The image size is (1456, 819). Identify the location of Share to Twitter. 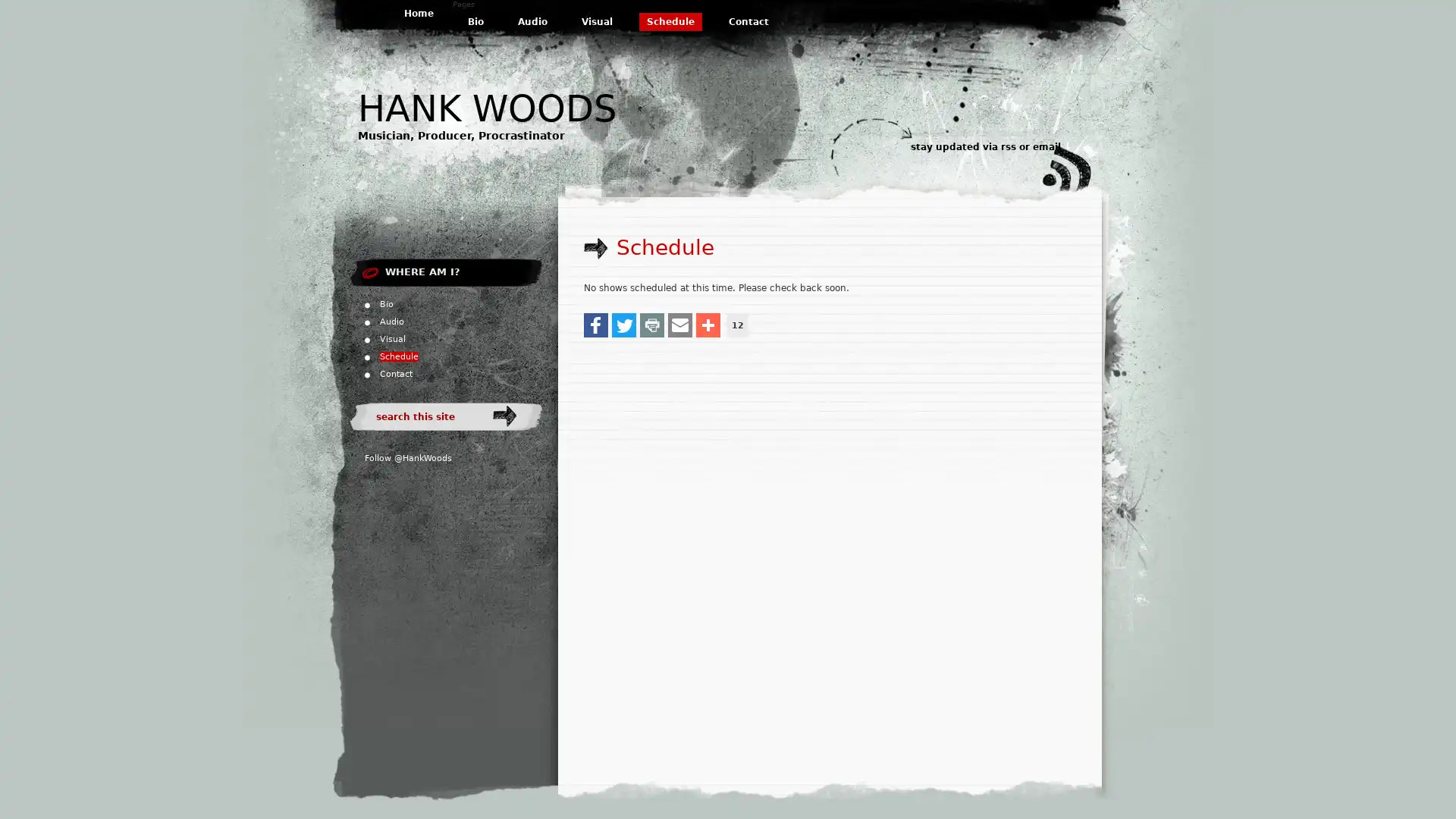
(623, 324).